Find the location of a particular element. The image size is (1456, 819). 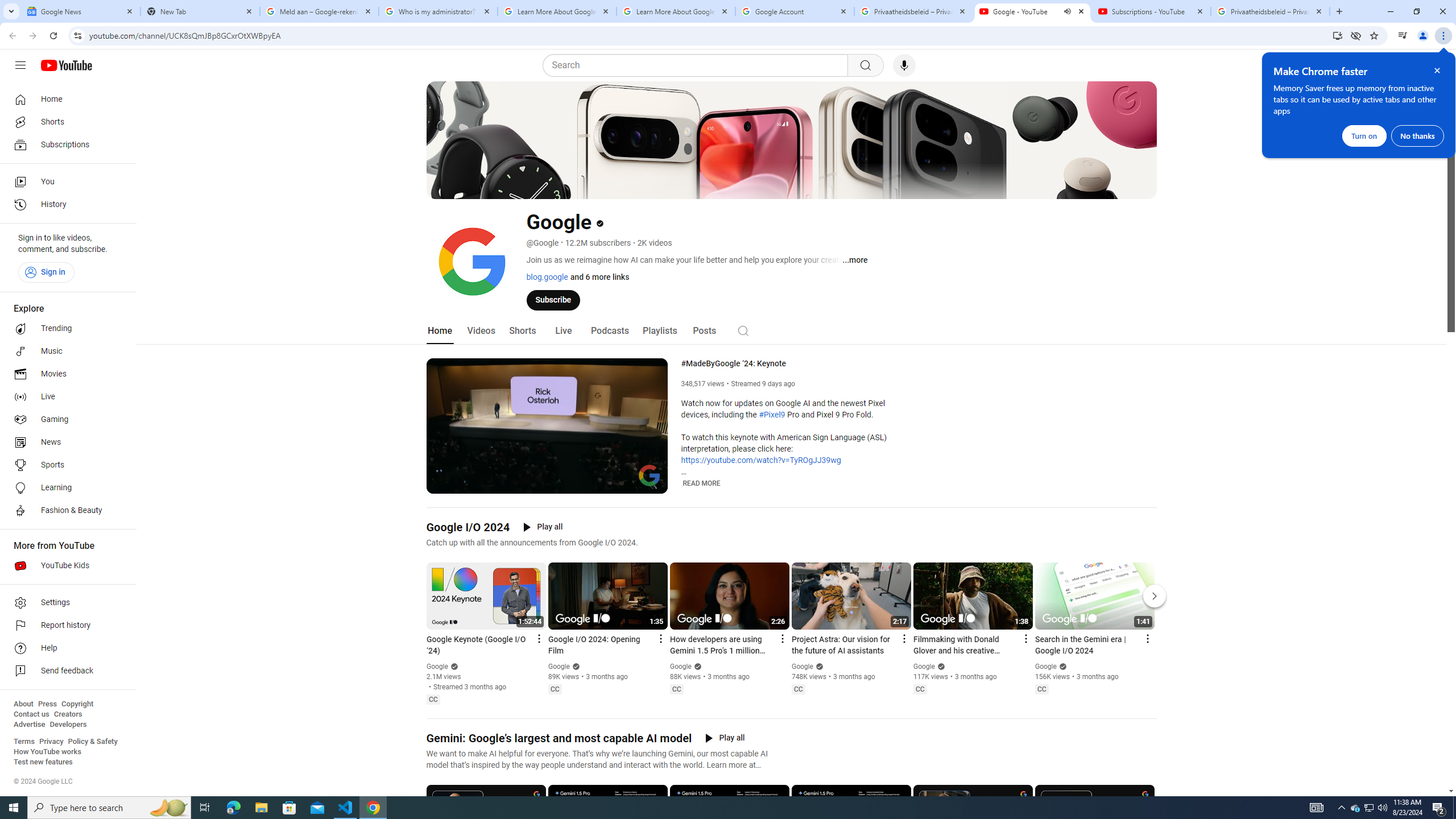

'Home' is located at coordinates (64, 98).